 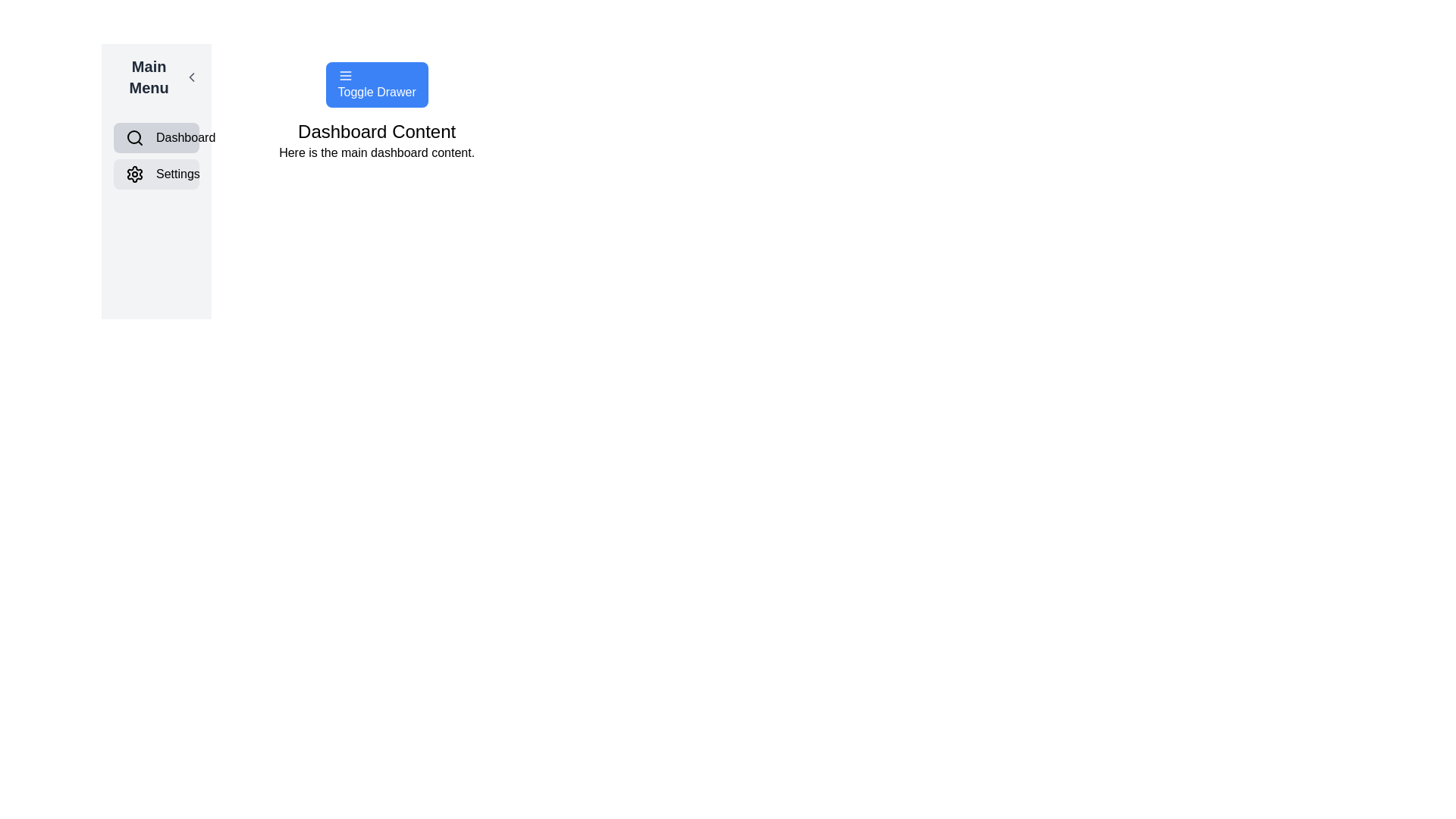 What do you see at coordinates (191, 77) in the screenshot?
I see `the leftward-pointing chevron icon in the top-right corner of the left sidebar menu, adjacent to the 'Main Menu' text` at bounding box center [191, 77].